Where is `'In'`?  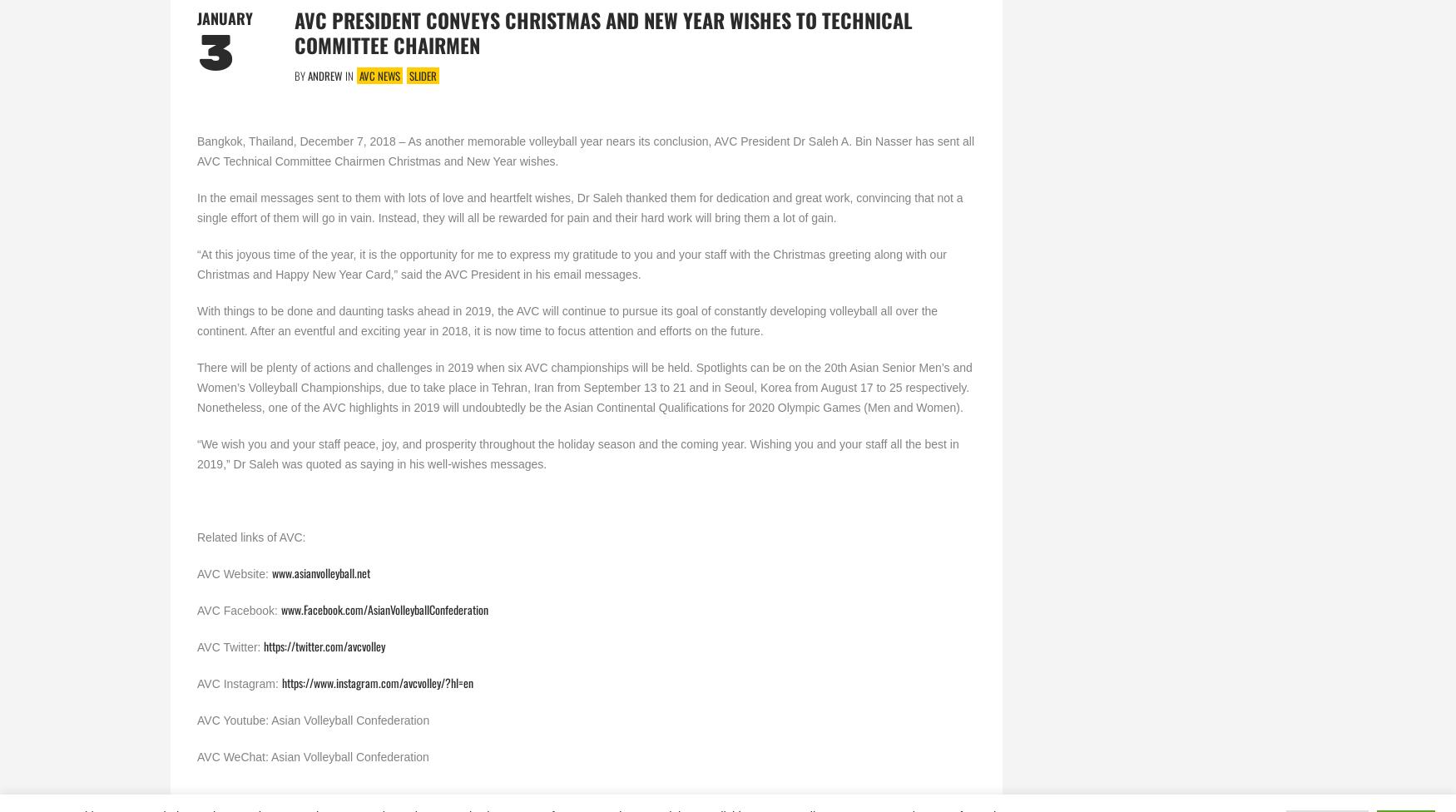
'In' is located at coordinates (349, 74).